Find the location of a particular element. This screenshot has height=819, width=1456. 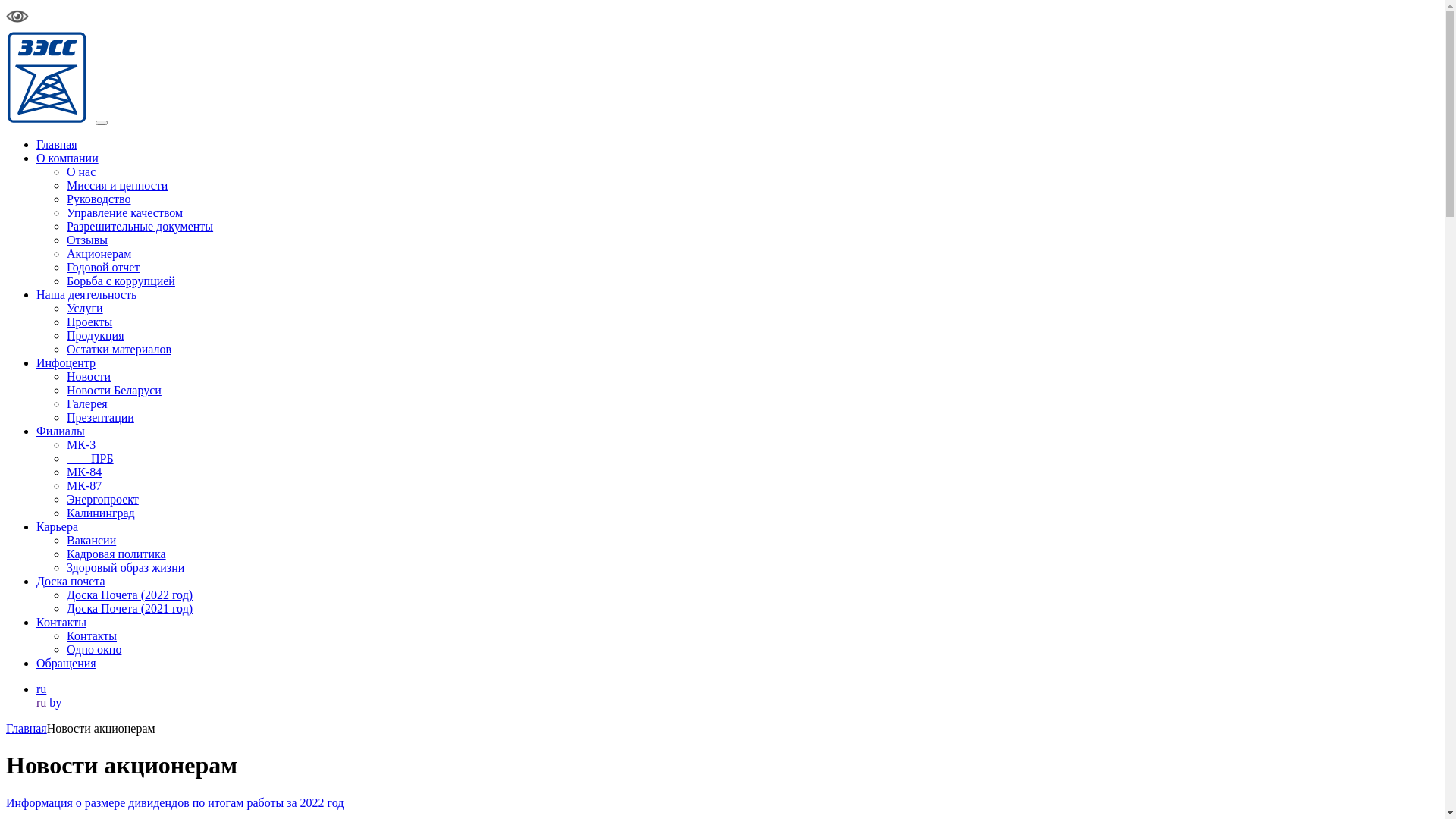

'ru' is located at coordinates (41, 689).